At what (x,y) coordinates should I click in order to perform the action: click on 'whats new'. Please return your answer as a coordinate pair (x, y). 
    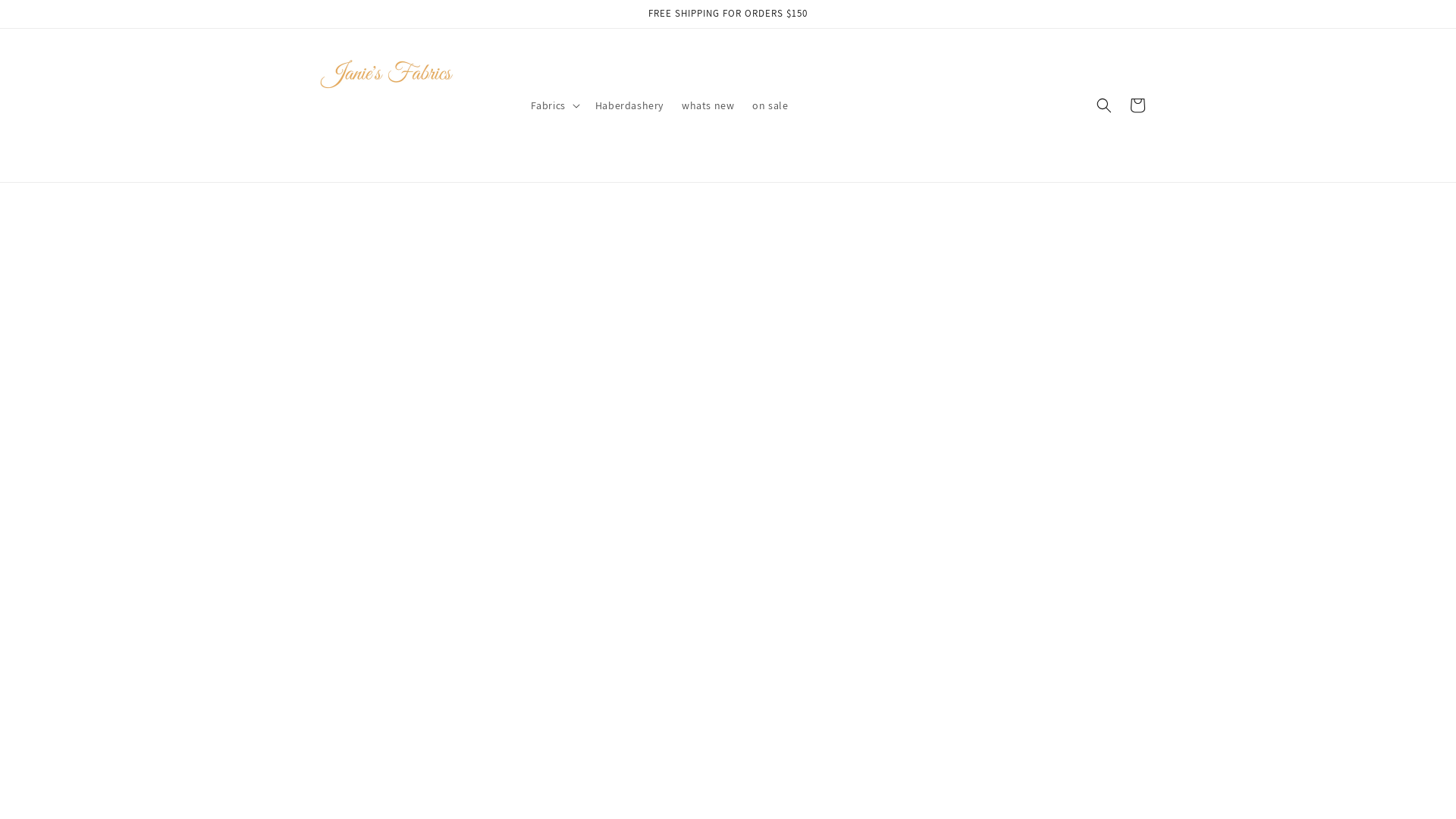
    Looking at the image, I should click on (707, 104).